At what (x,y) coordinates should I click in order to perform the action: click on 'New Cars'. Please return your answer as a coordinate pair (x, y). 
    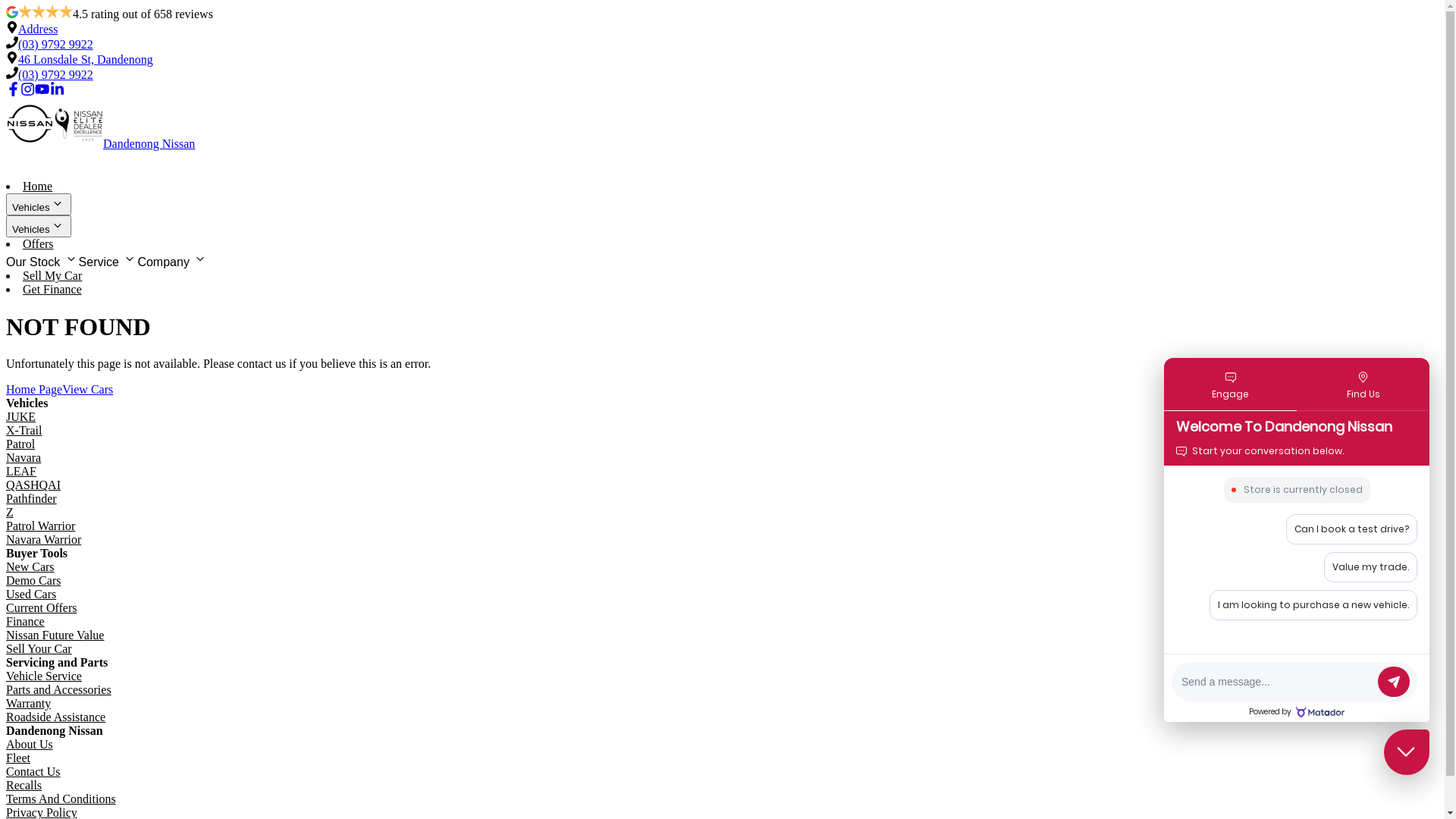
    Looking at the image, I should click on (30, 566).